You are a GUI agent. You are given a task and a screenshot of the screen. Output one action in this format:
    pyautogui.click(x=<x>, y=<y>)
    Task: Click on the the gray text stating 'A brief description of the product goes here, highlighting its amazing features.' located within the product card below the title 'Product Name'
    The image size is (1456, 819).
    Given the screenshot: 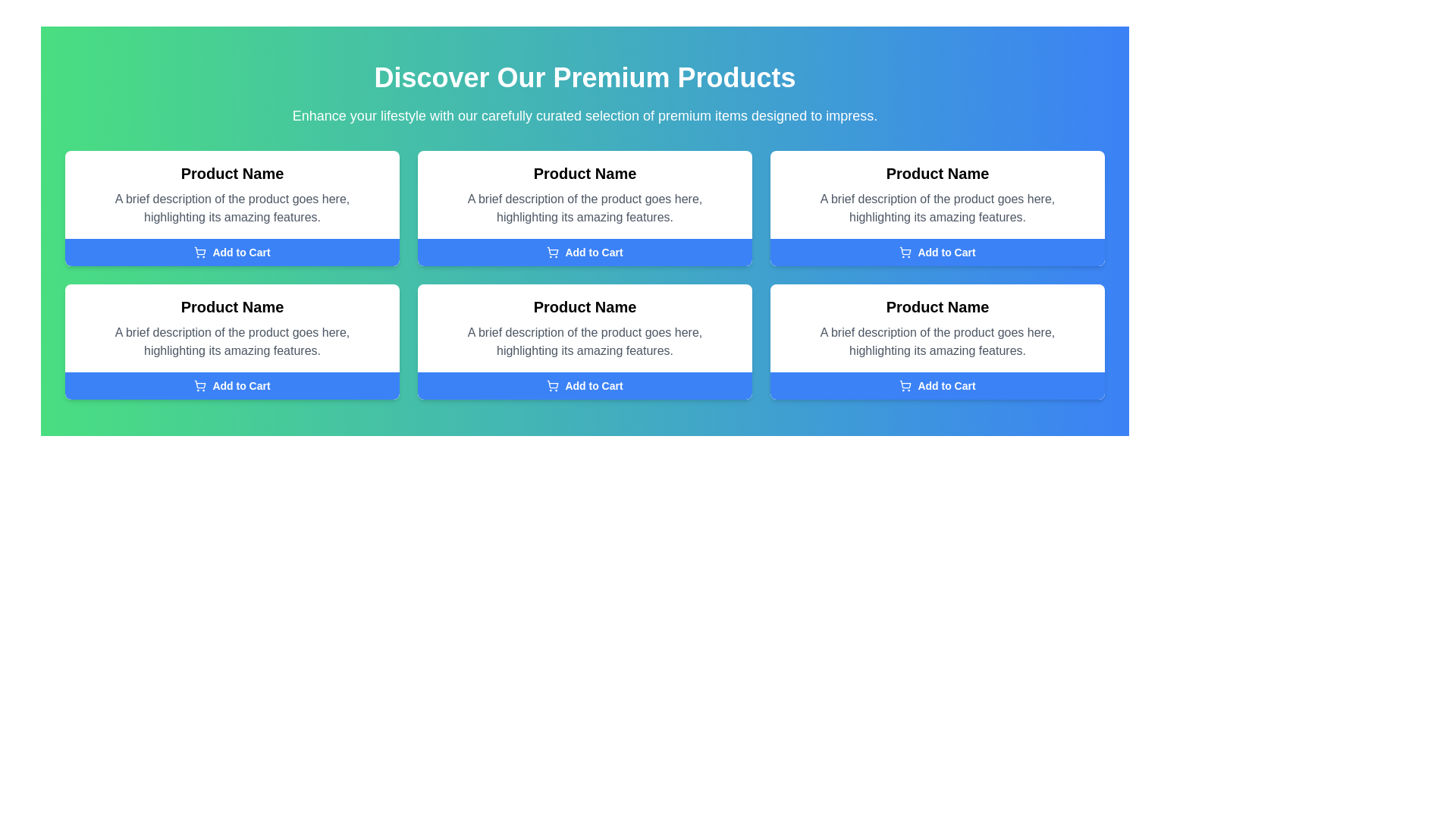 What is the action you would take?
    pyautogui.click(x=231, y=342)
    